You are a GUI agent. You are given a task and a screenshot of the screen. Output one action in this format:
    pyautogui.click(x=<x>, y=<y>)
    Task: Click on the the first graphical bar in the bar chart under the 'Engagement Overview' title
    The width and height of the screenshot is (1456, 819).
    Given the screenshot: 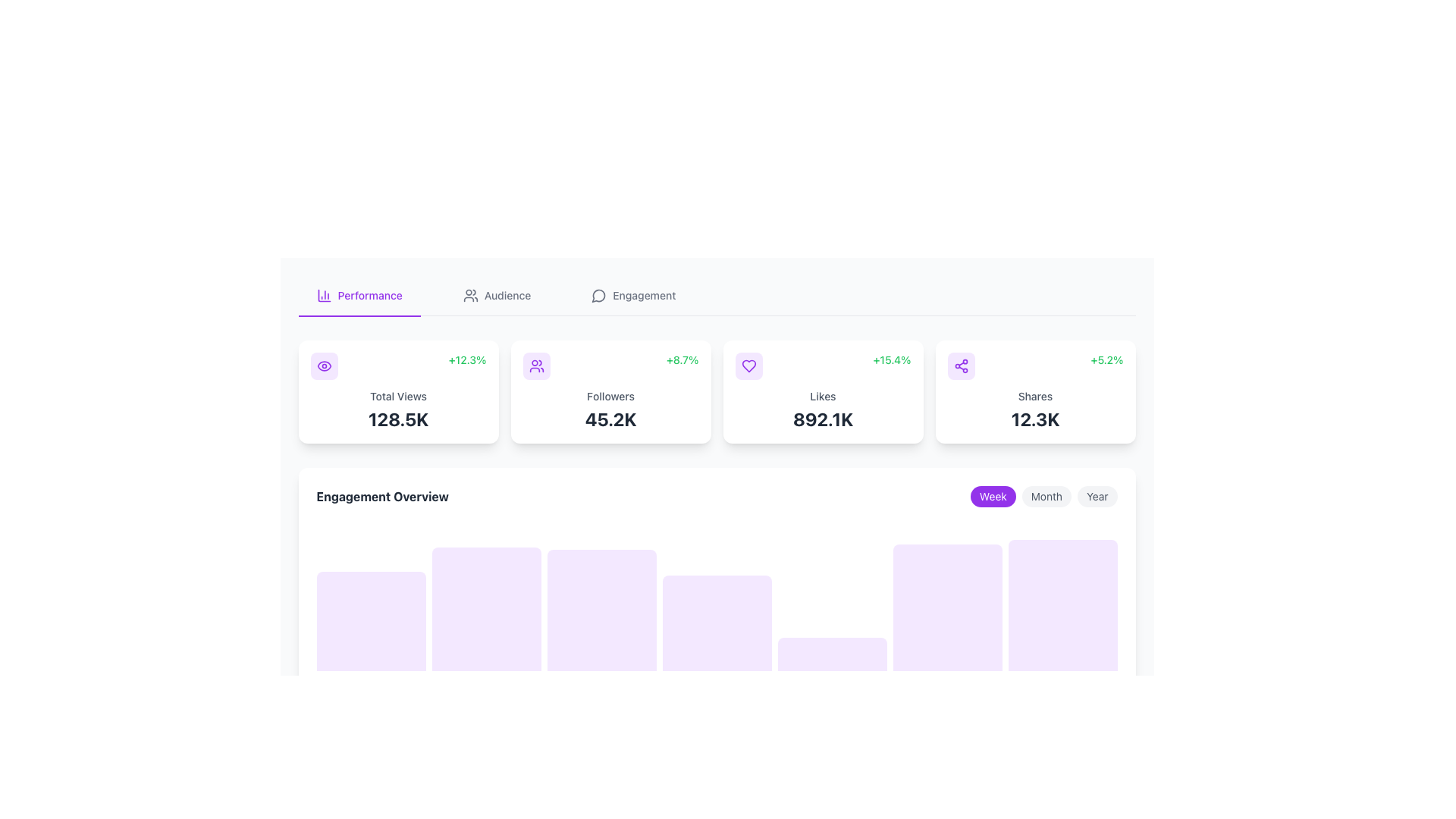 What is the action you would take?
    pyautogui.click(x=371, y=621)
    